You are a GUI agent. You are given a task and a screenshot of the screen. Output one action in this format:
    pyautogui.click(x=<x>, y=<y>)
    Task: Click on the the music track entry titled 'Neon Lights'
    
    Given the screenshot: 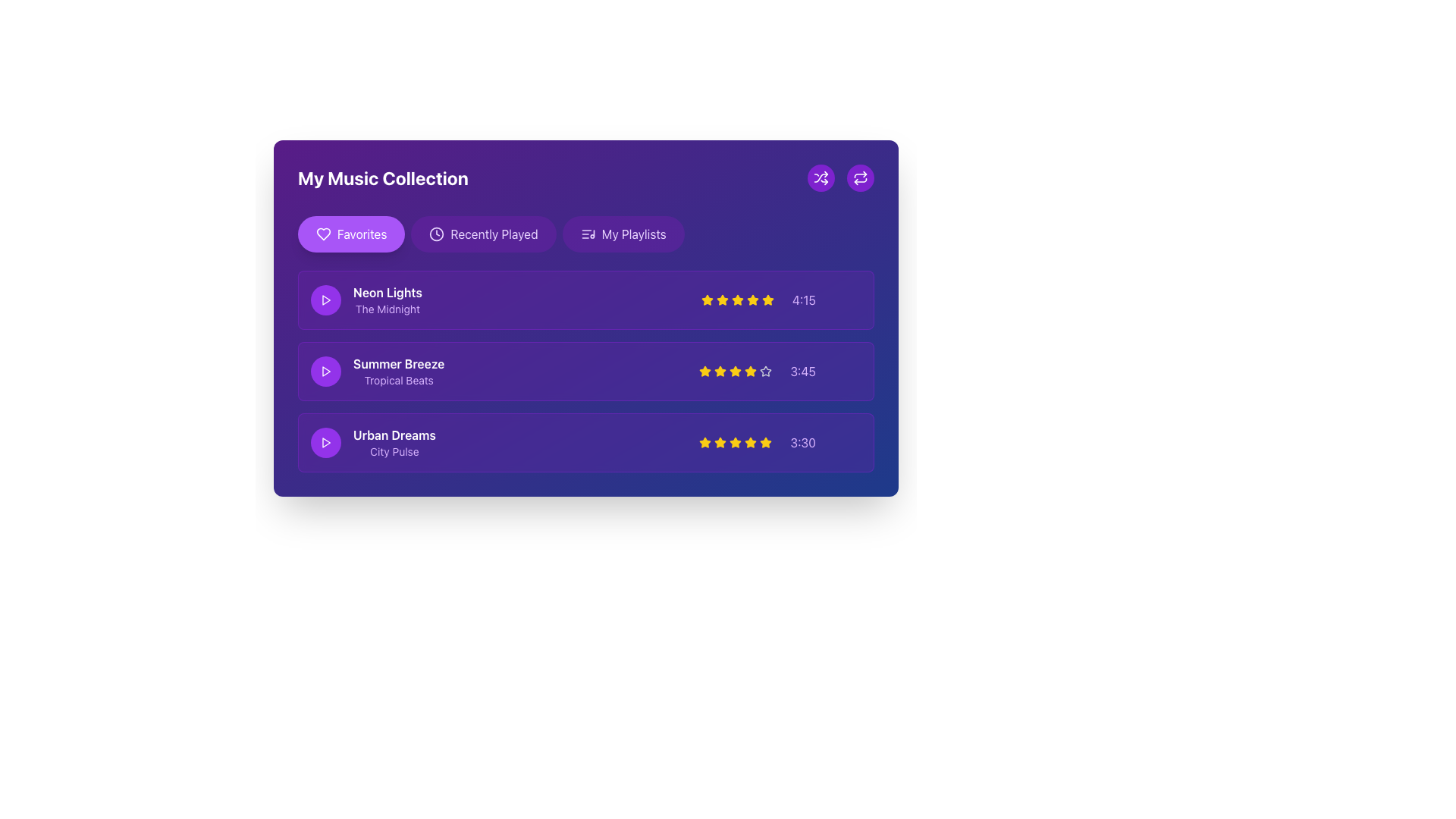 What is the action you would take?
    pyautogui.click(x=366, y=300)
    